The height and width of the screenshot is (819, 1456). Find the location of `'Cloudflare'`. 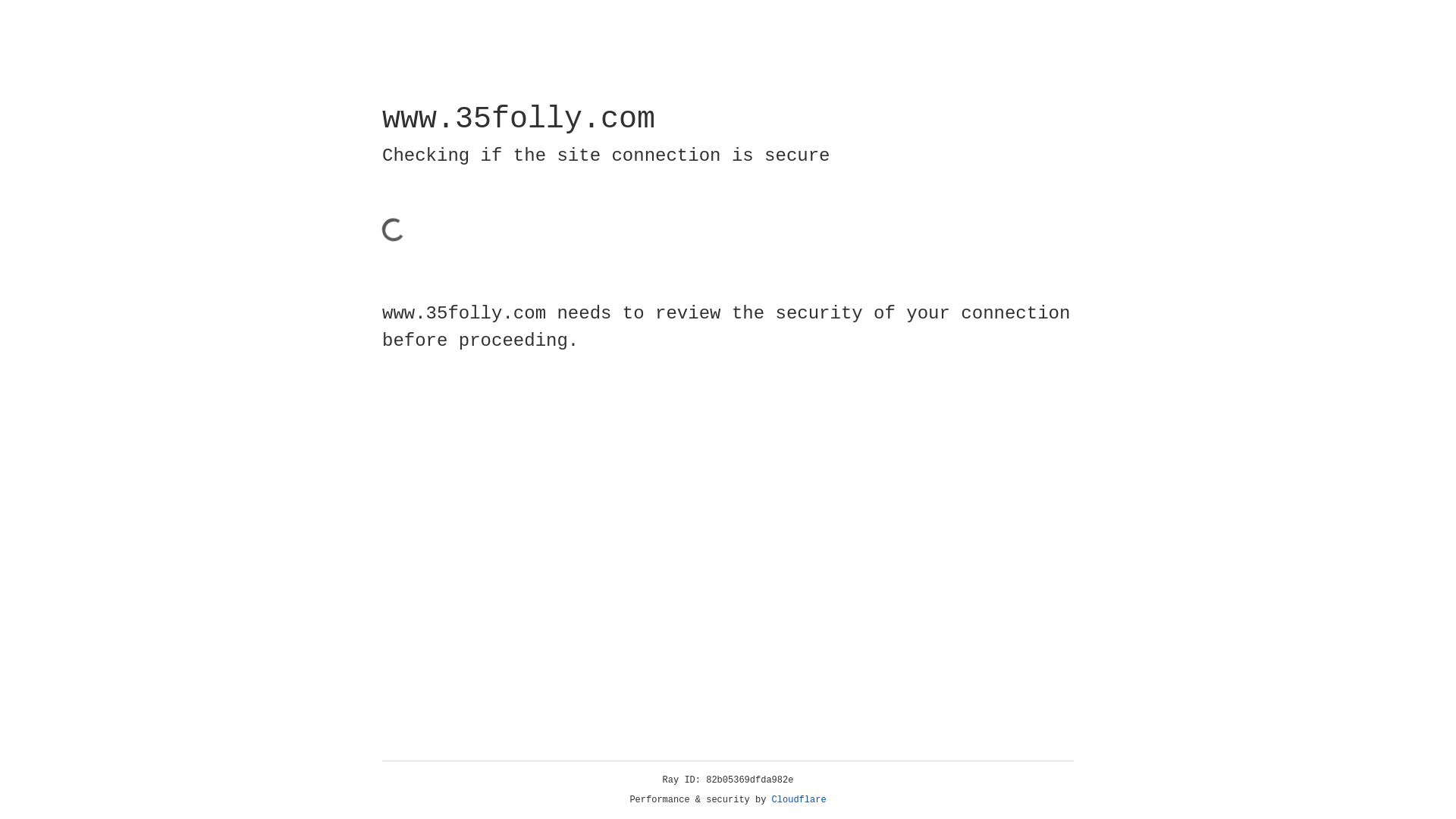

'Cloudflare' is located at coordinates (799, 799).